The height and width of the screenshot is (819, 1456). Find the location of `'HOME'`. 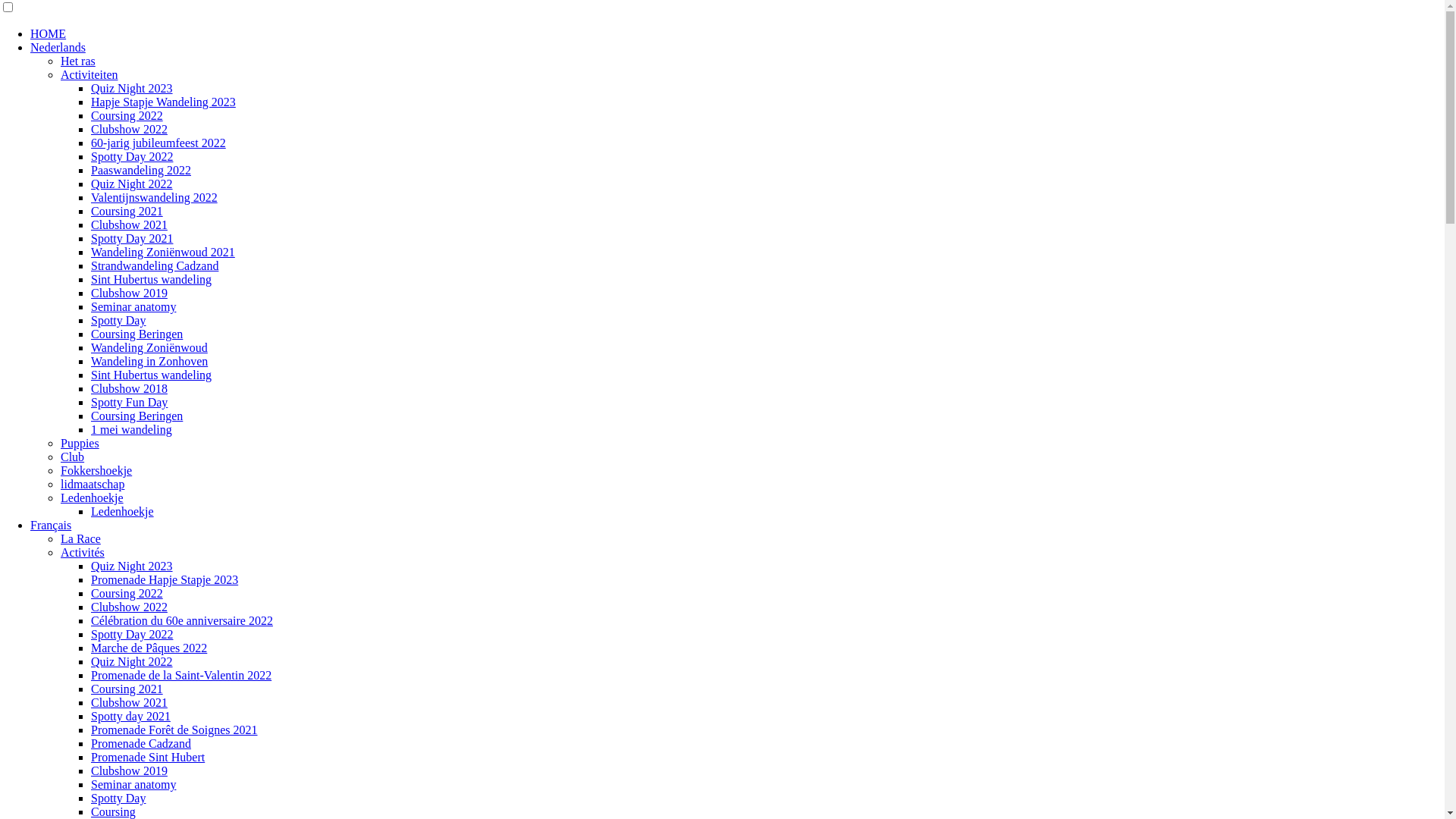

'HOME' is located at coordinates (48, 33).